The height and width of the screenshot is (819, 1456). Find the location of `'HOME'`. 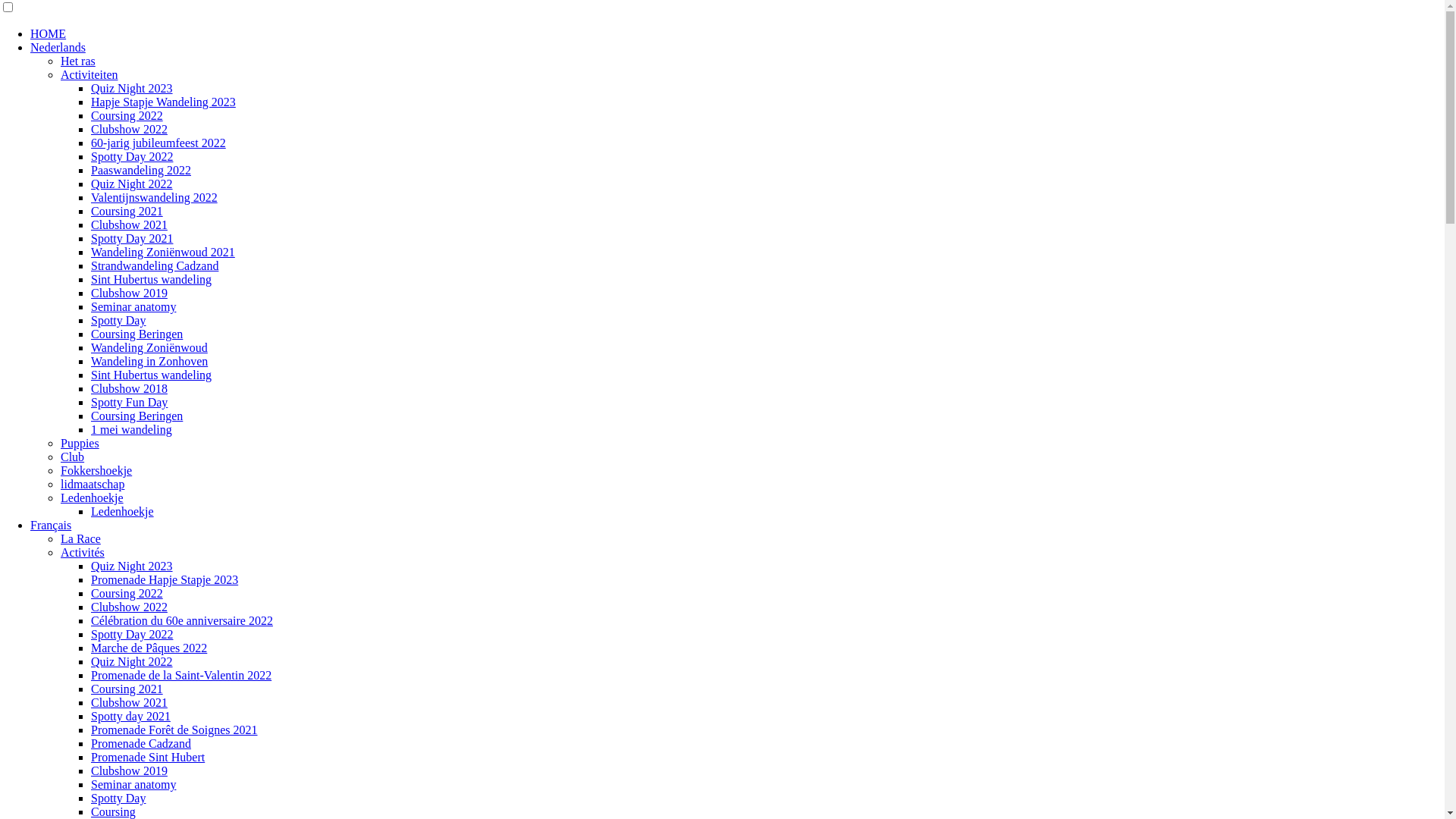

'HOME' is located at coordinates (48, 33).